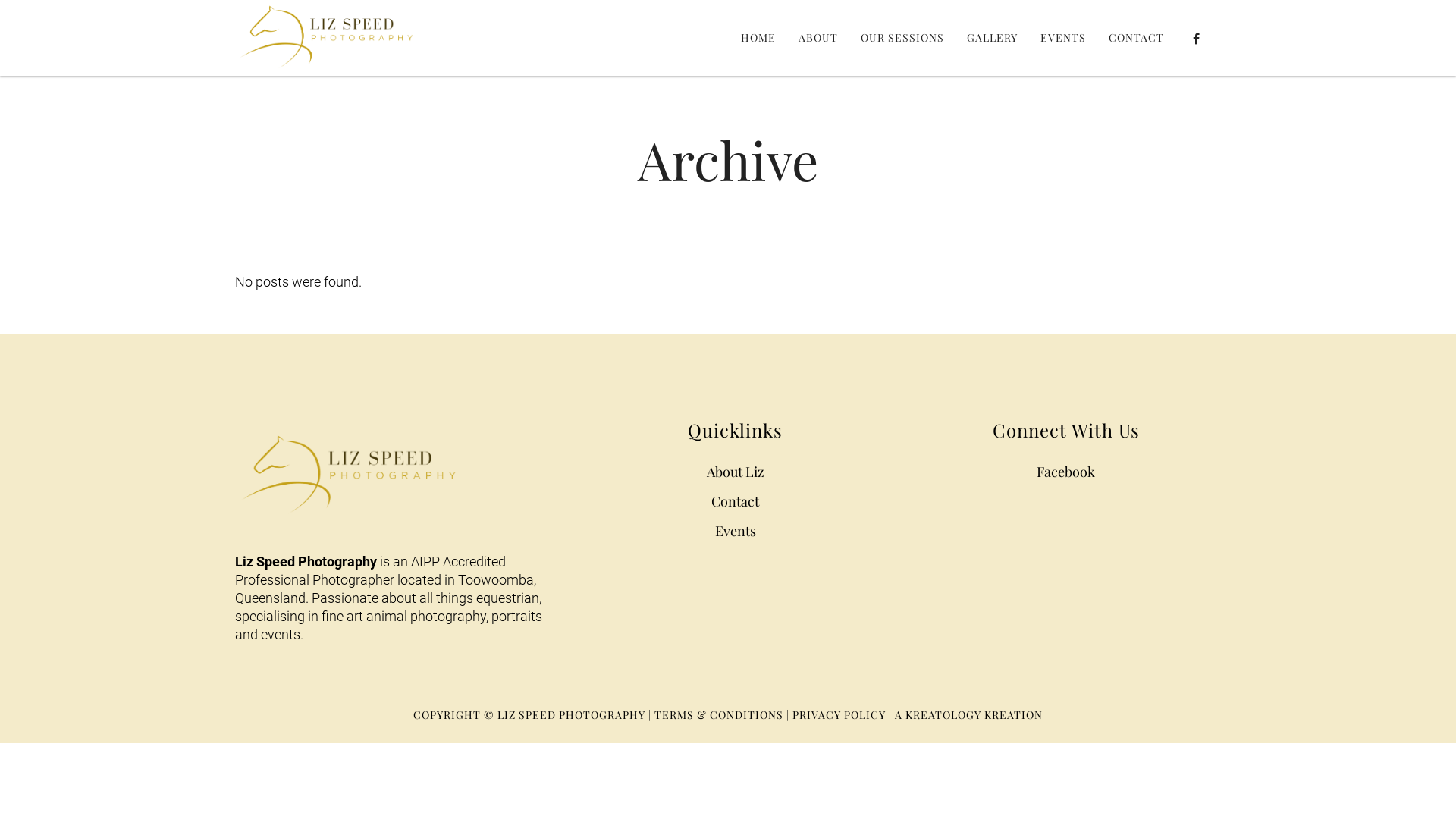 The width and height of the screenshot is (1456, 819). What do you see at coordinates (1136, 37) in the screenshot?
I see `'CONTACT'` at bounding box center [1136, 37].